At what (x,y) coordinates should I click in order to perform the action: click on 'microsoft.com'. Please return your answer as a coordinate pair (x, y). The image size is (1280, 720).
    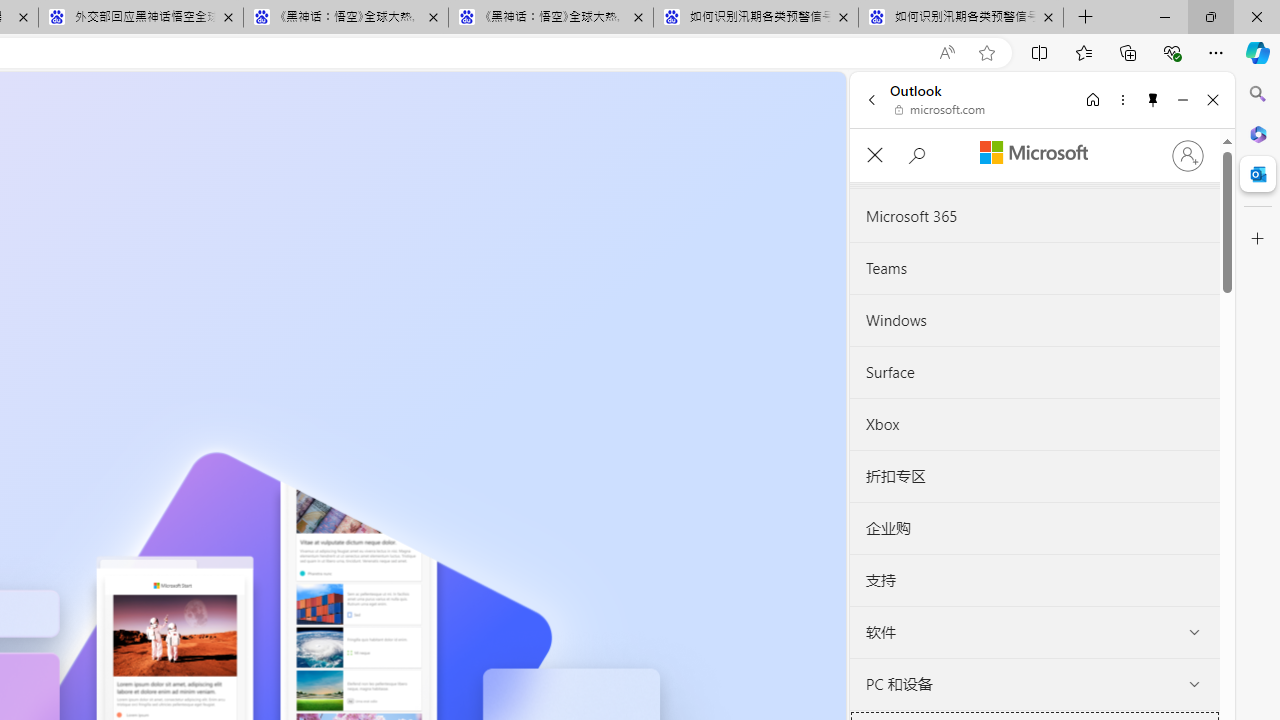
    Looking at the image, I should click on (939, 110).